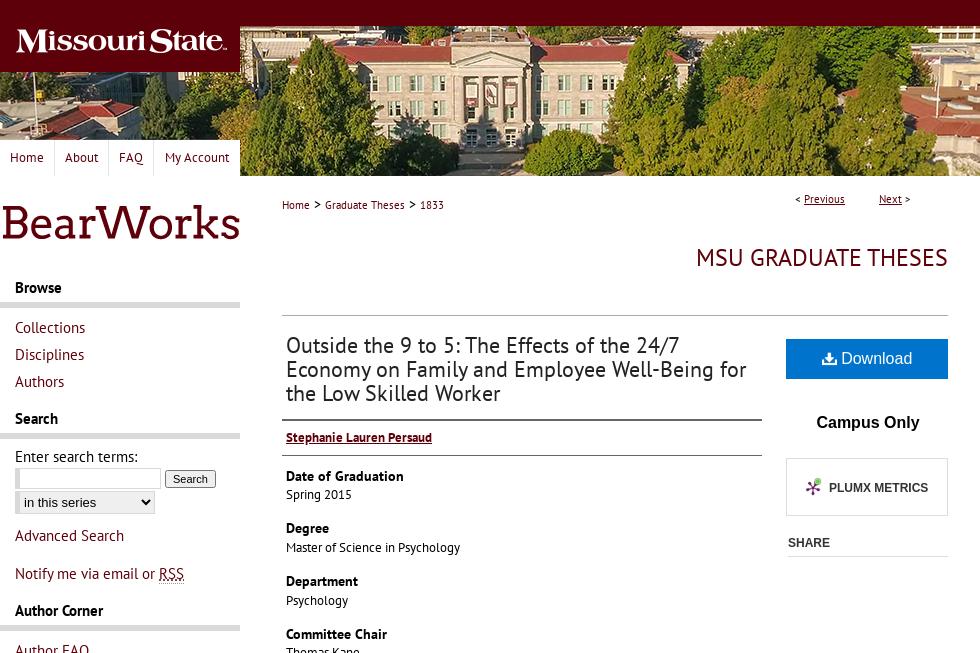  What do you see at coordinates (36, 418) in the screenshot?
I see `'Search'` at bounding box center [36, 418].